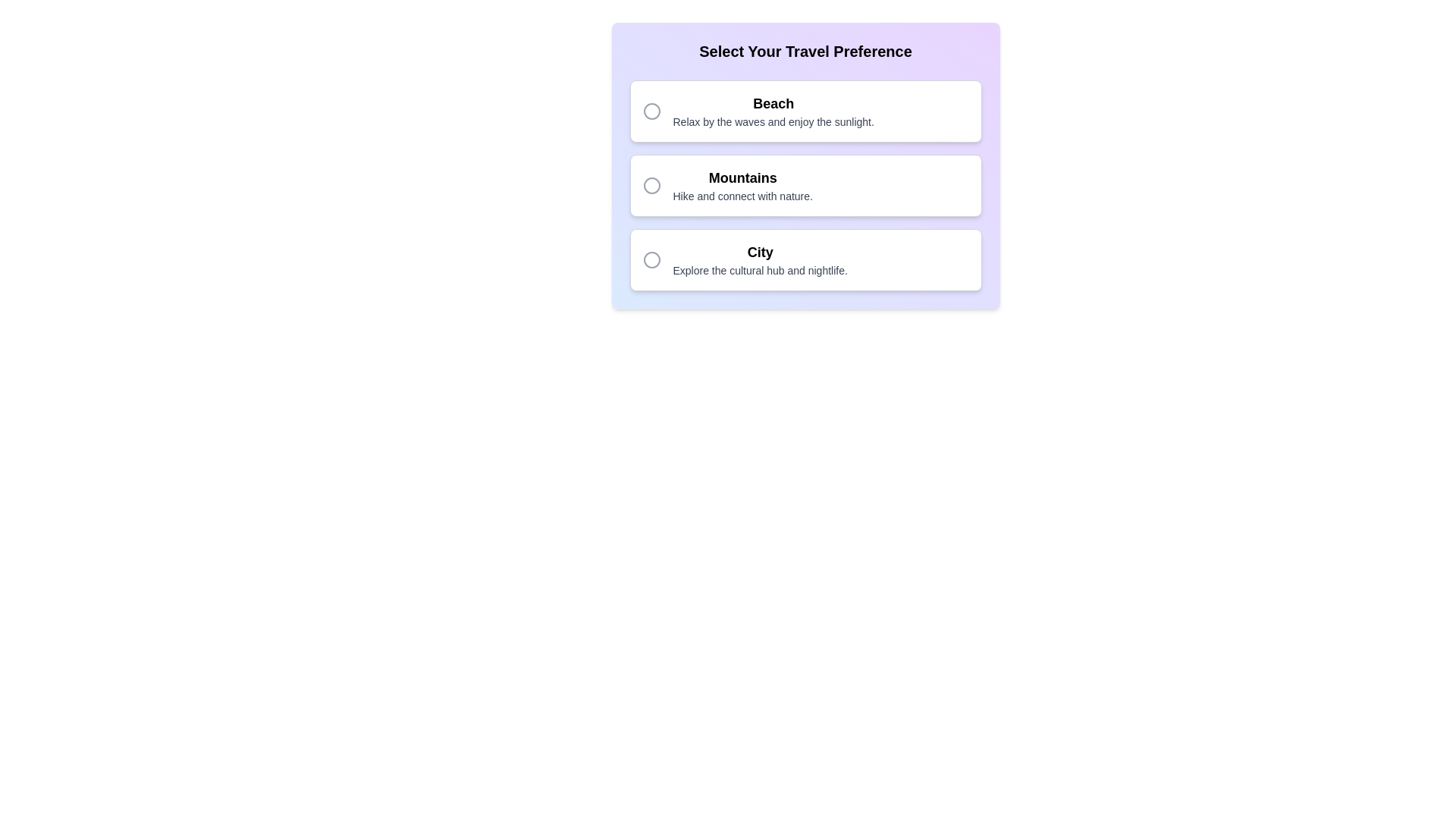 This screenshot has height=819, width=1456. Describe the element at coordinates (805, 51) in the screenshot. I see `the static text heading that reads 'Select Your Travel Preference', which is bold and centered at the top of the card-like section` at that location.